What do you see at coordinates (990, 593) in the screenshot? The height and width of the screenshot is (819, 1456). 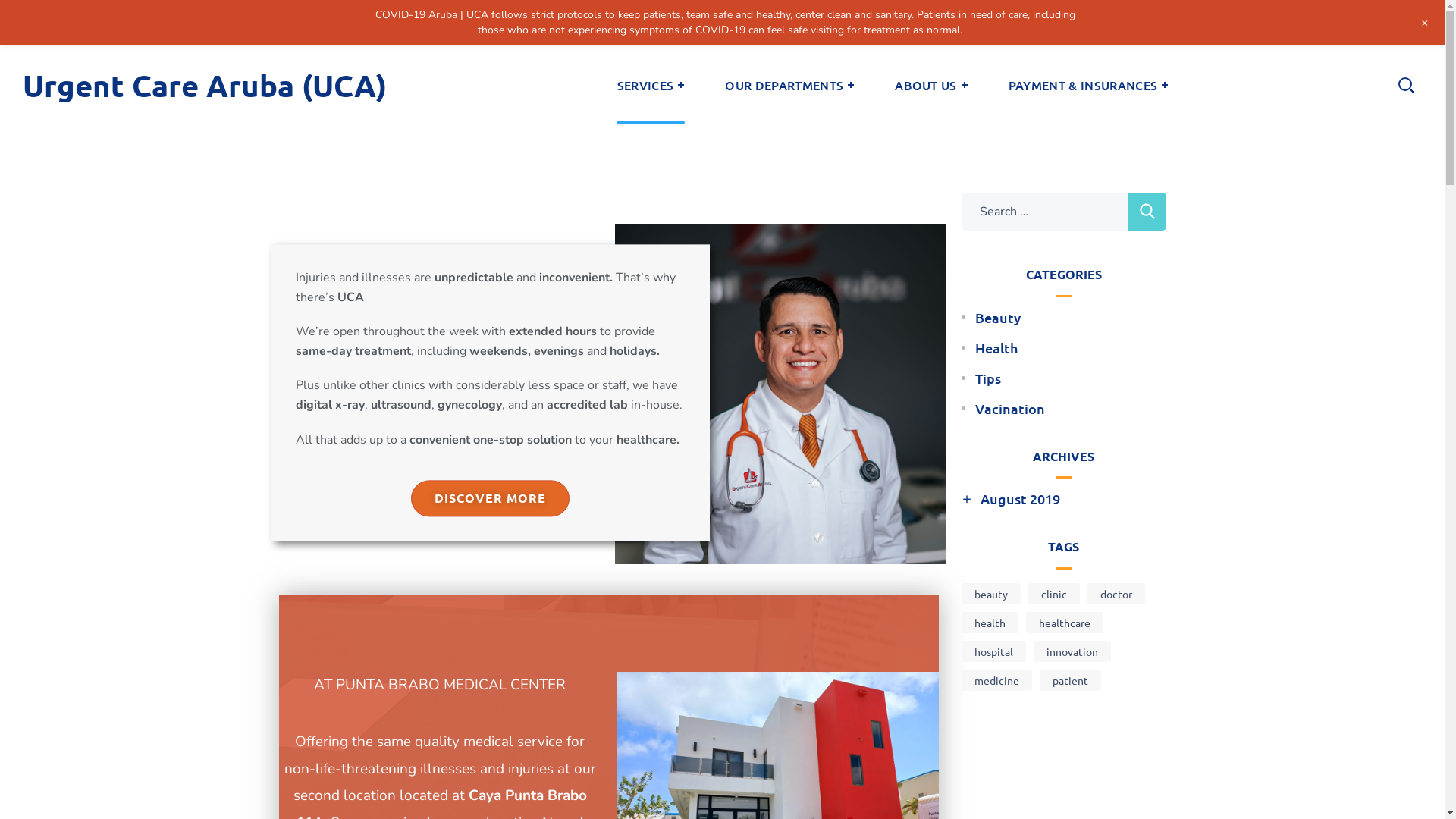 I see `'beauty'` at bounding box center [990, 593].